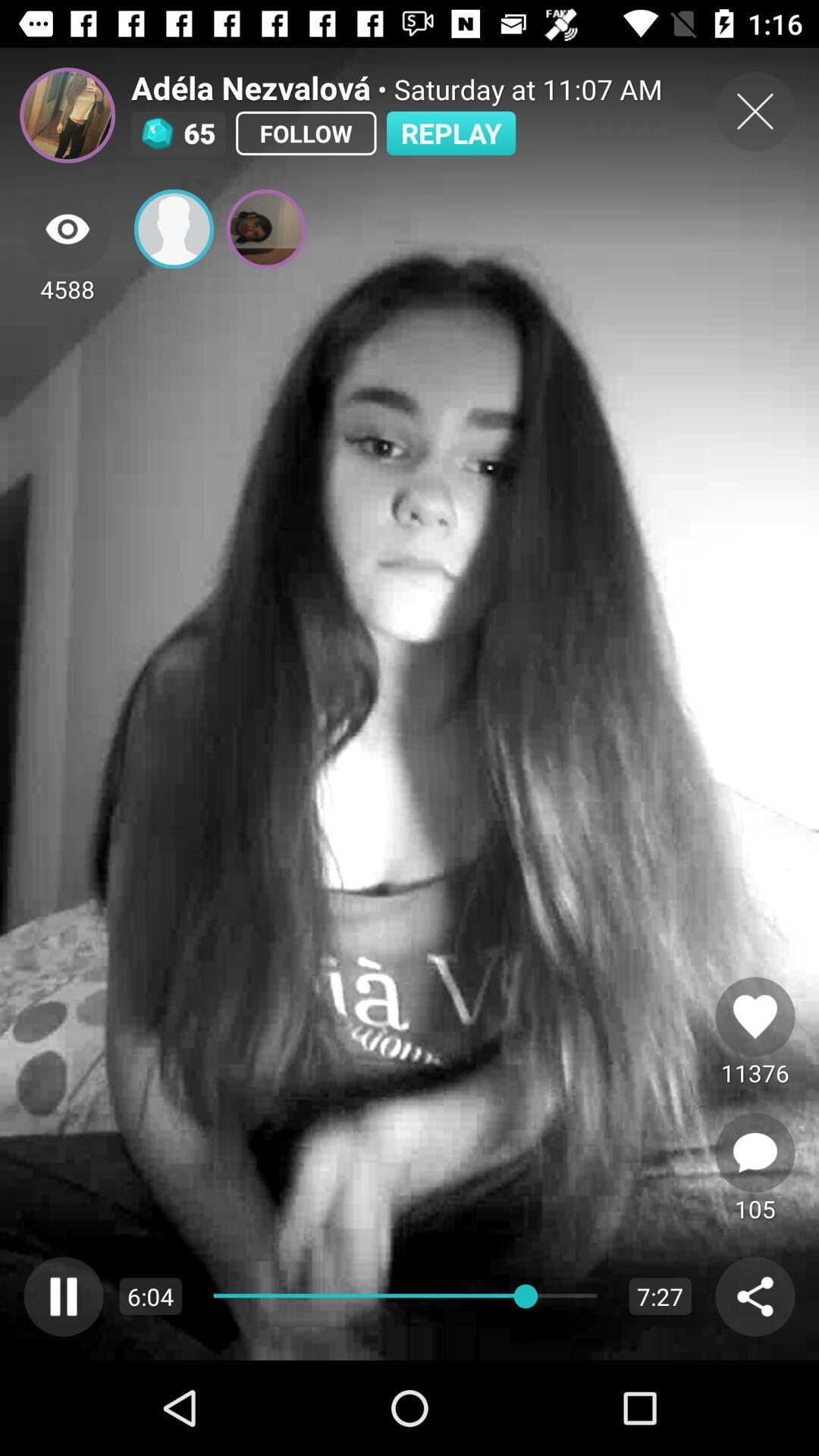  I want to click on close, so click(755, 111).